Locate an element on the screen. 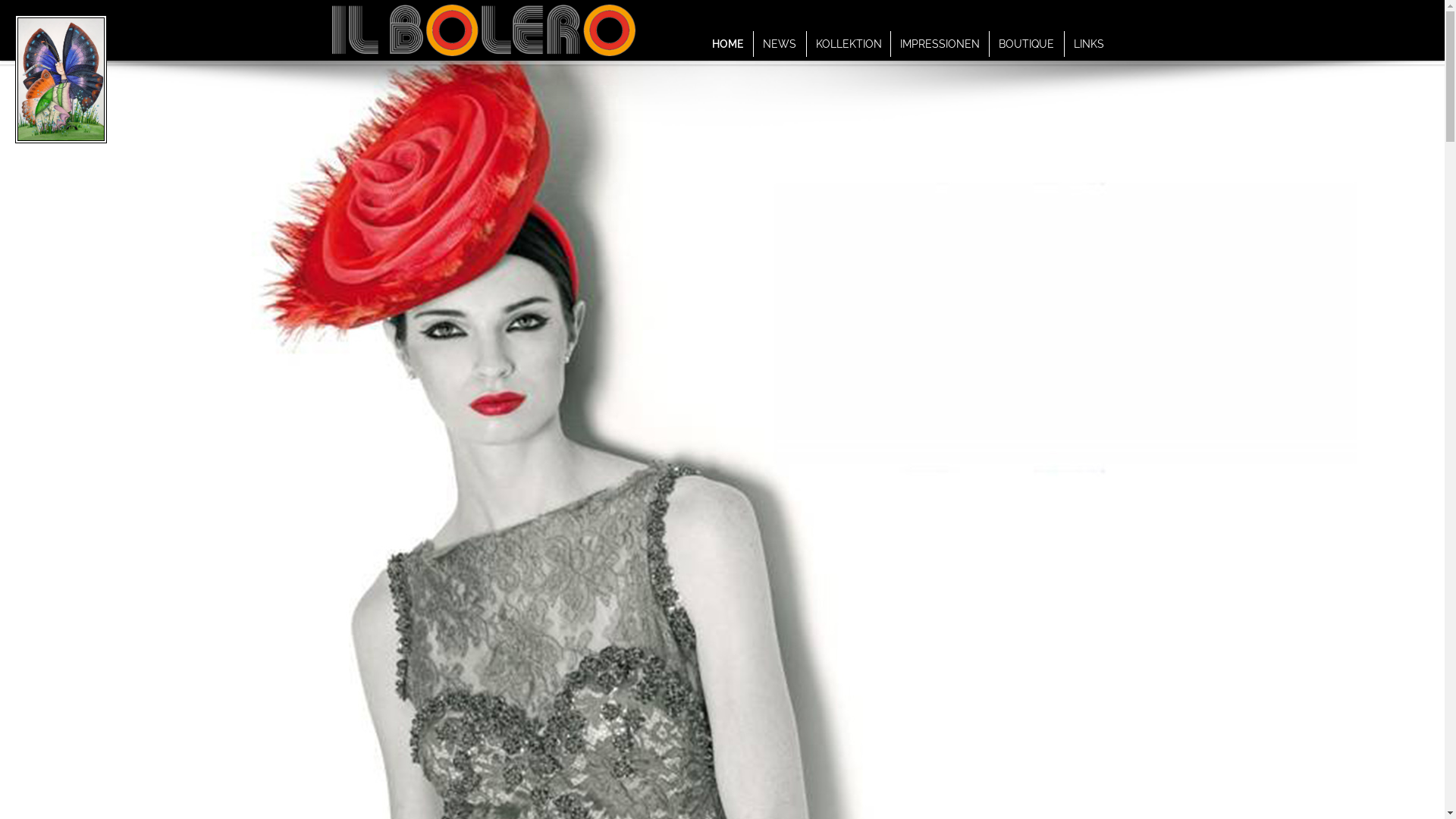  'KOLLEKTION' is located at coordinates (848, 42).